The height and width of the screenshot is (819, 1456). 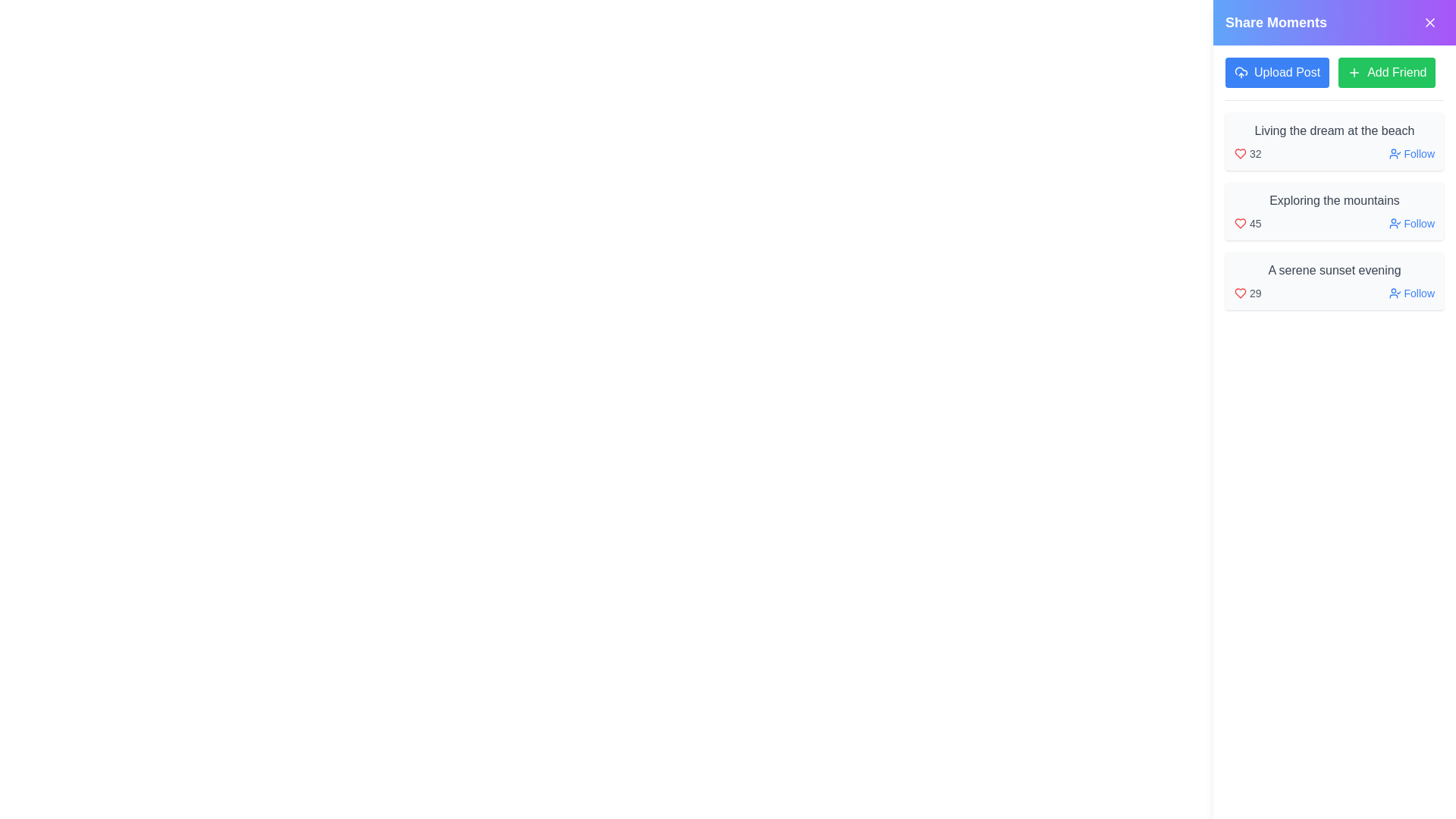 What do you see at coordinates (1396, 73) in the screenshot?
I see `the 'Add Friend' button located in the top-right corner of the 'Share Moments' panel` at bounding box center [1396, 73].